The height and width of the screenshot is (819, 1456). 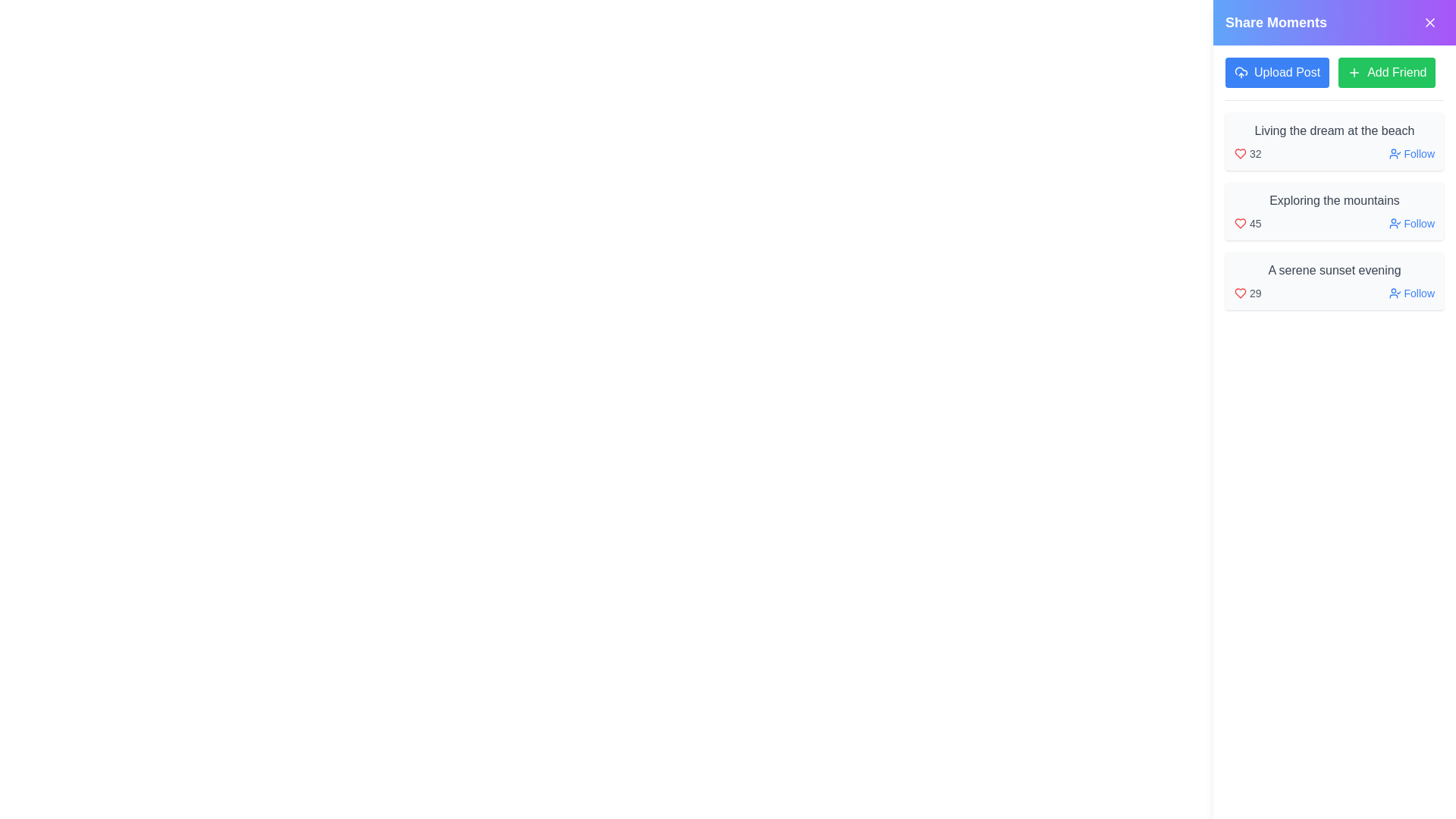 What do you see at coordinates (1396, 73) in the screenshot?
I see `the 'Add Friend' button located in the top-right corner of the 'Share Moments' panel` at bounding box center [1396, 73].